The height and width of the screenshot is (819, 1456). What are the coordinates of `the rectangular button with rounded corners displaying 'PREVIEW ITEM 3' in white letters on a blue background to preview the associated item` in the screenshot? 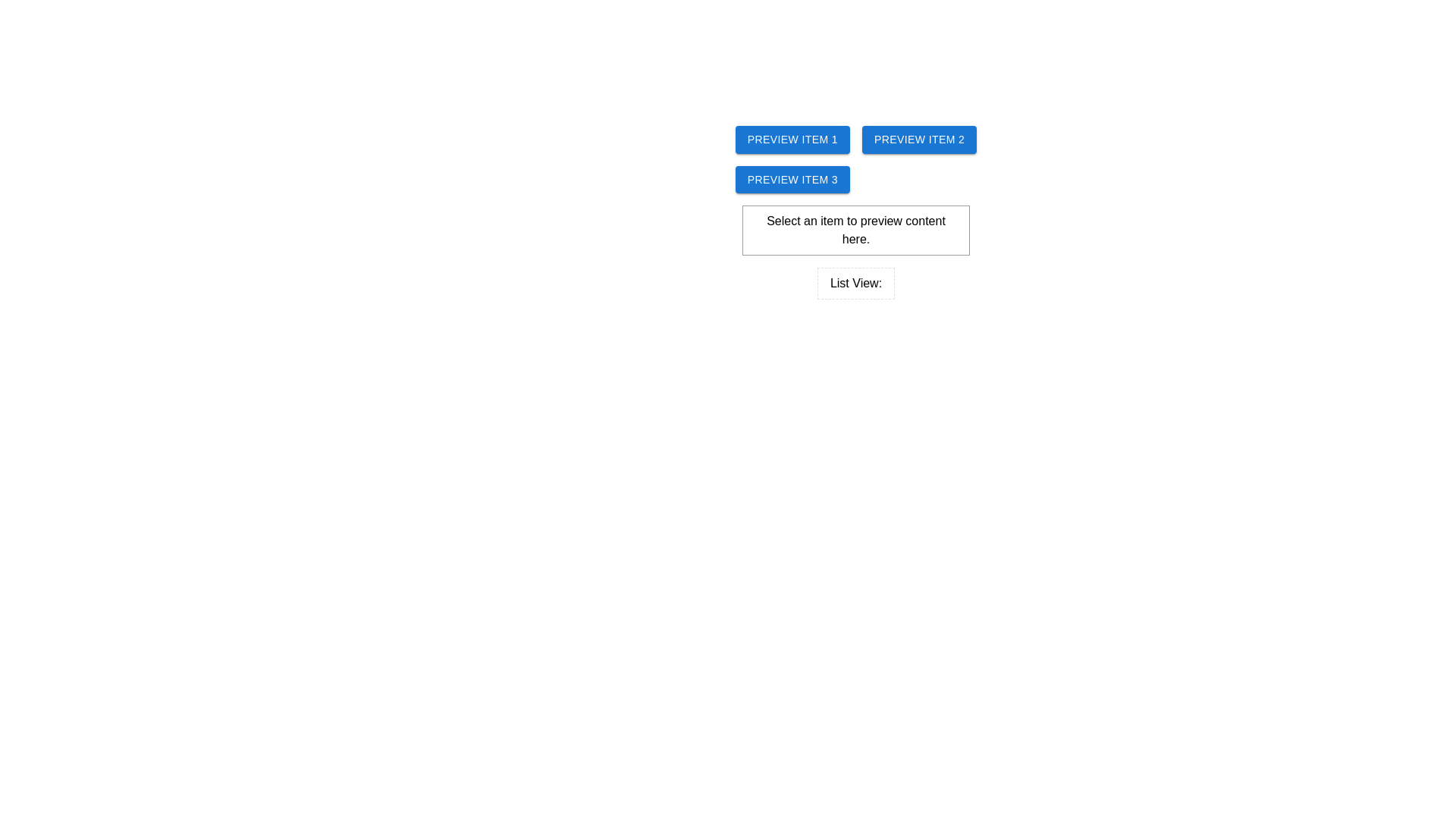 It's located at (792, 178).